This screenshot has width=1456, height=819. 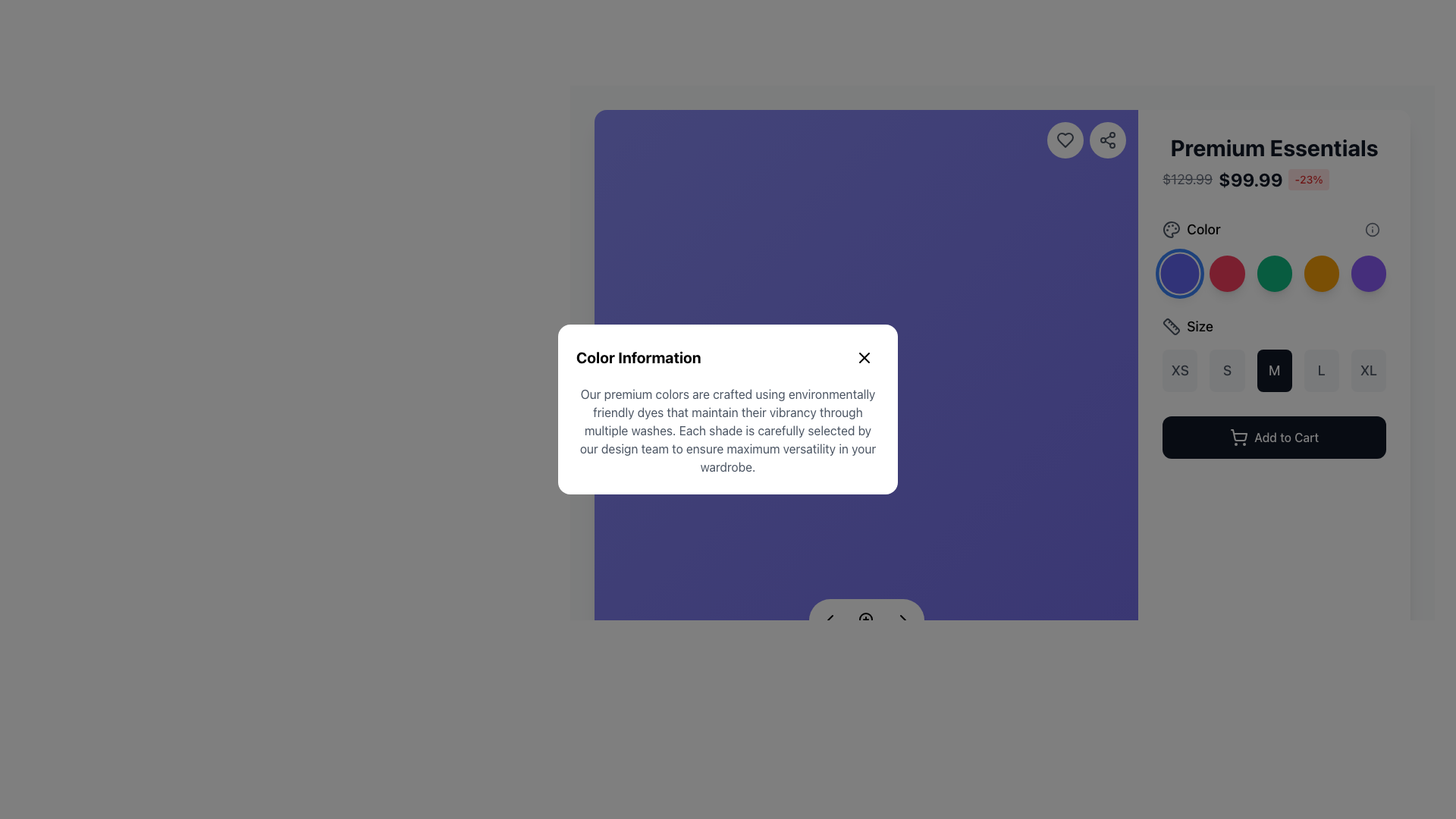 I want to click on the cross icon located at the top-right corner of the 'Color Information' dialog box, so click(x=864, y=357).